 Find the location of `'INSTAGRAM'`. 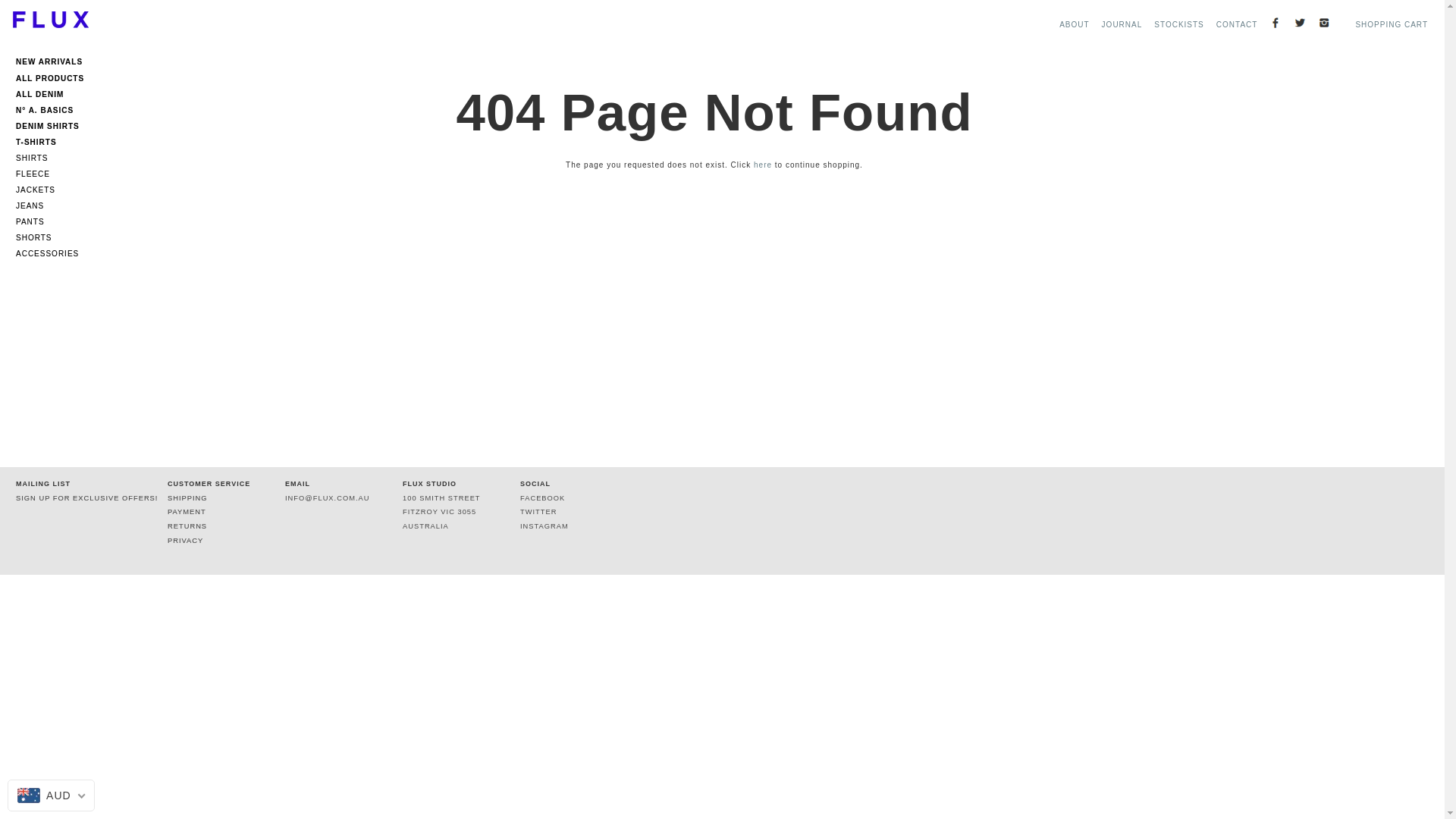

'INSTAGRAM' is located at coordinates (544, 526).